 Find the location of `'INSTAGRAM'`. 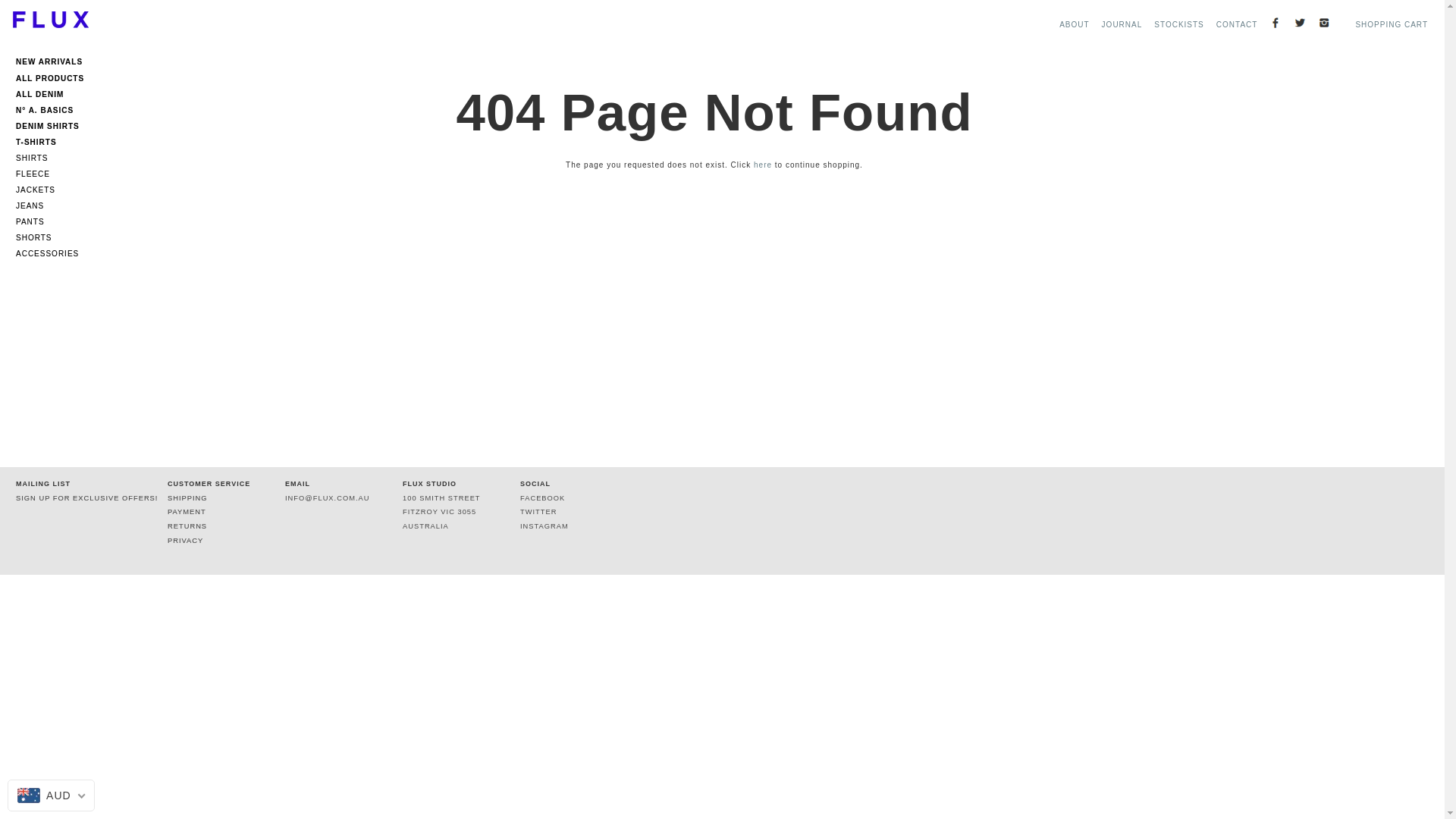

'INSTAGRAM' is located at coordinates (544, 526).